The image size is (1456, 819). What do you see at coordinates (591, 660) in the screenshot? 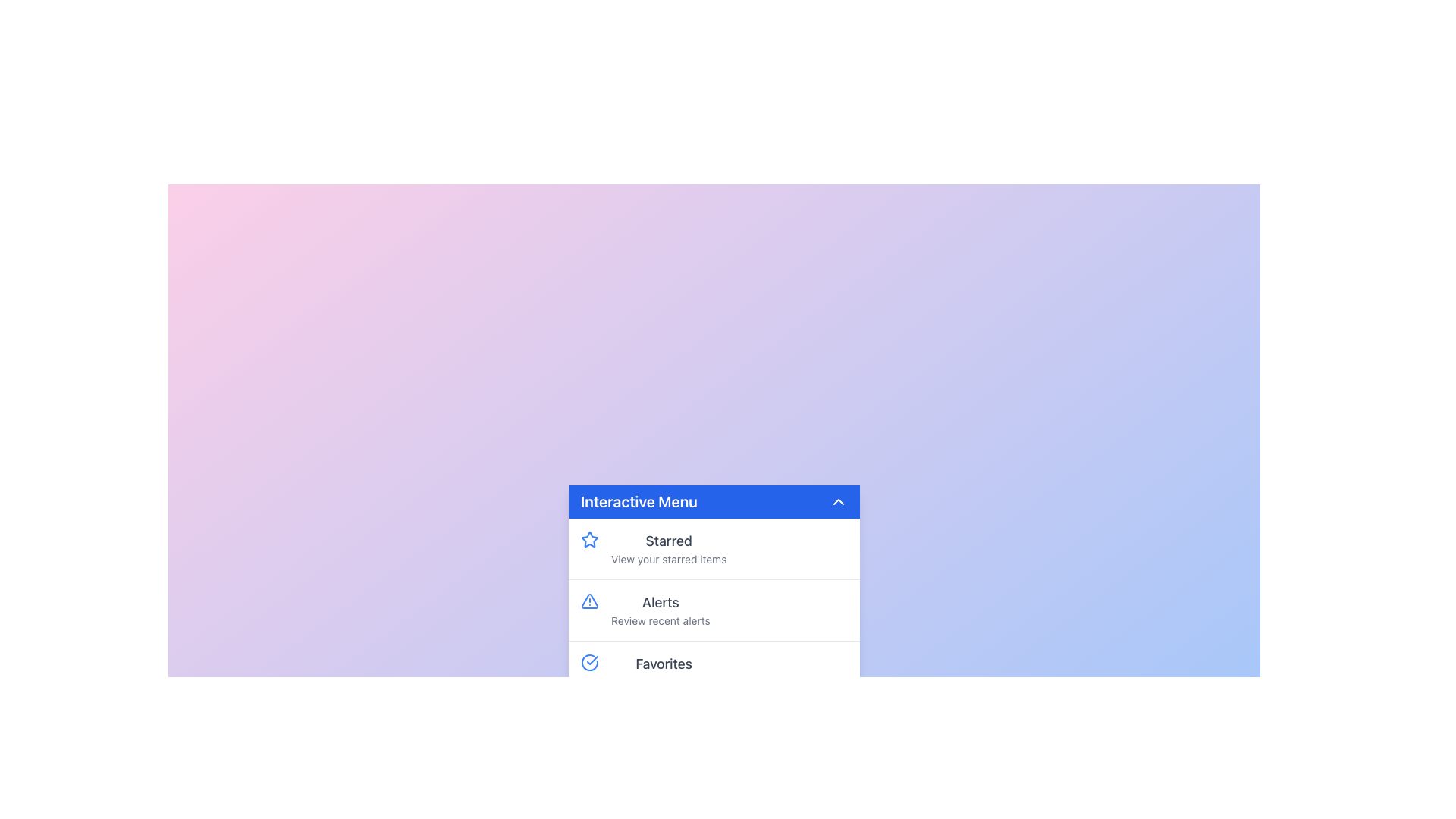
I see `the checkmark icon located within a blue circular badge, which serves as an indicator of a completed or selected state, situated near the bottom of the 'Interactive Menu' UI, adjacent to the 'Favorites' section` at bounding box center [591, 660].